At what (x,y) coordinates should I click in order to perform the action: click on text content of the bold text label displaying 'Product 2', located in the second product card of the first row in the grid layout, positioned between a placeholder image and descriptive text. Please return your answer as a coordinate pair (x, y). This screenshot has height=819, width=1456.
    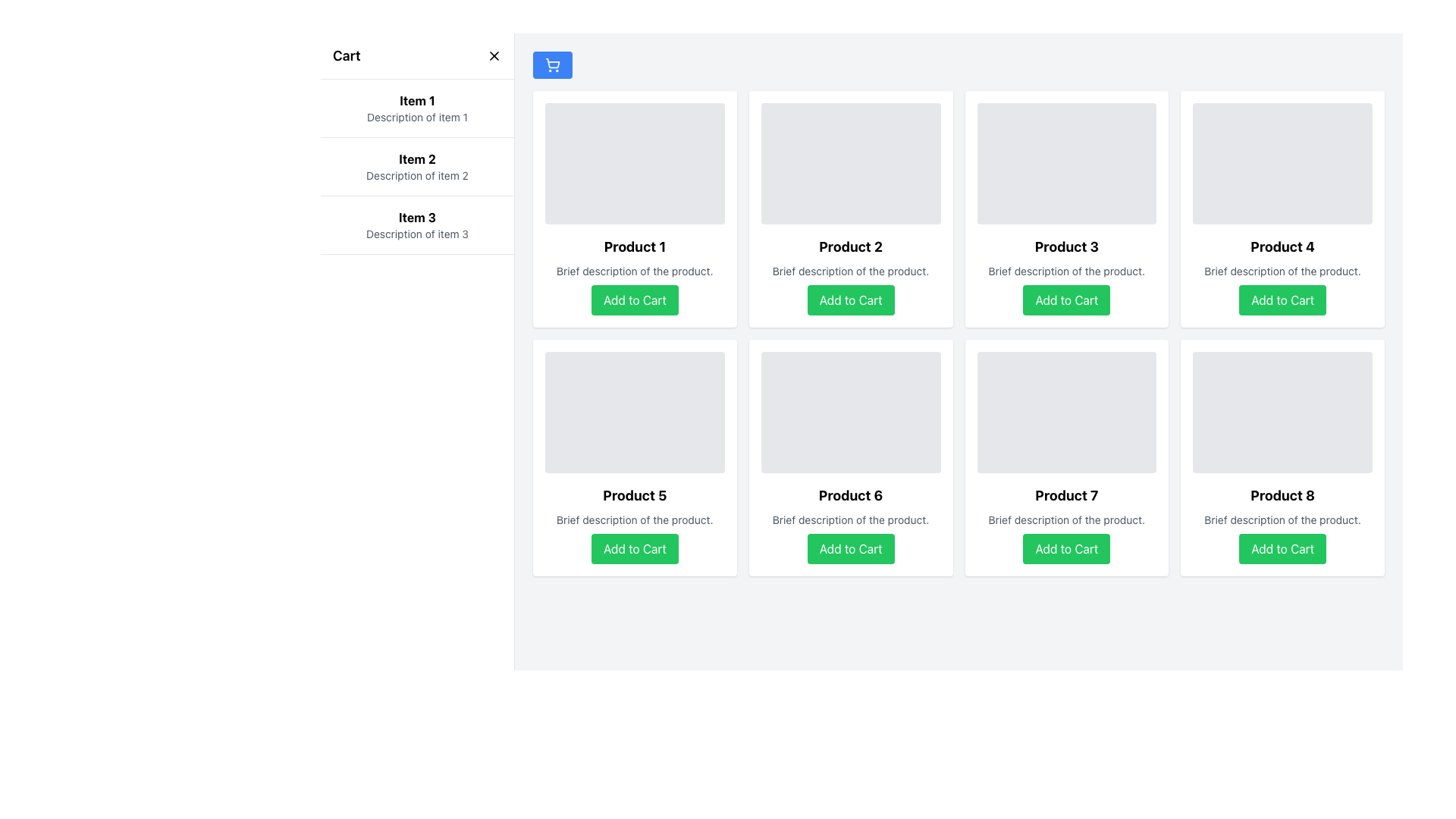
    Looking at the image, I should click on (851, 246).